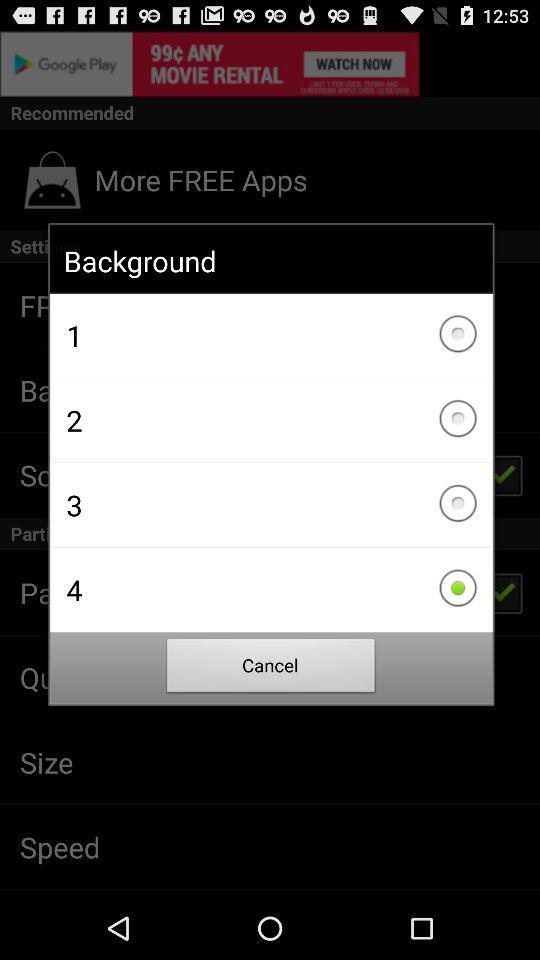 The height and width of the screenshot is (960, 540). I want to click on cancel item, so click(270, 668).